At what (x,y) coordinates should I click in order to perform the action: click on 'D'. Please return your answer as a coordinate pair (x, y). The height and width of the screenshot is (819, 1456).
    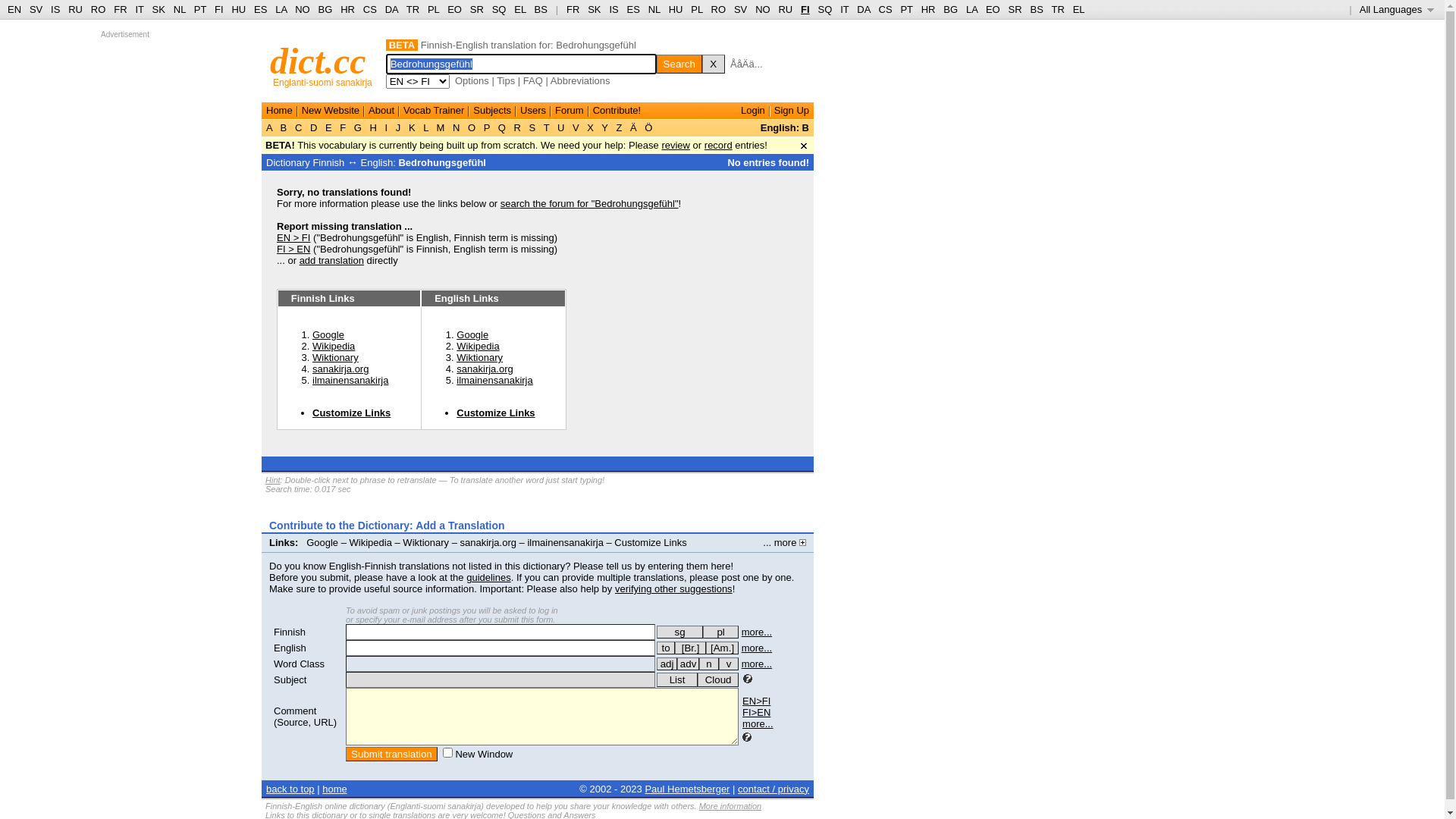
    Looking at the image, I should click on (306, 127).